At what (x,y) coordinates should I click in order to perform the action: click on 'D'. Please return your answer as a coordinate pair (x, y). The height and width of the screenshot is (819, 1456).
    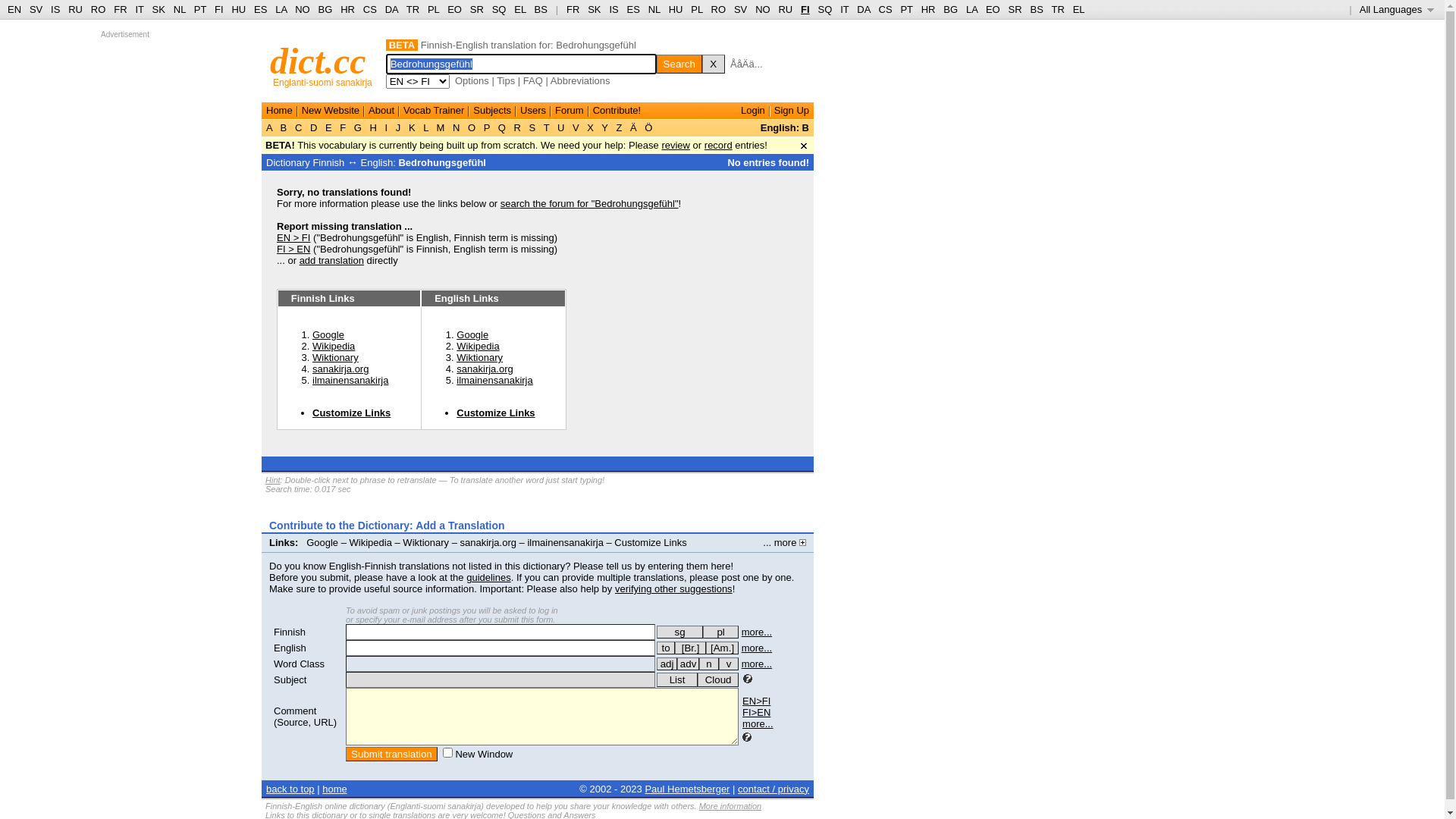
    Looking at the image, I should click on (306, 127).